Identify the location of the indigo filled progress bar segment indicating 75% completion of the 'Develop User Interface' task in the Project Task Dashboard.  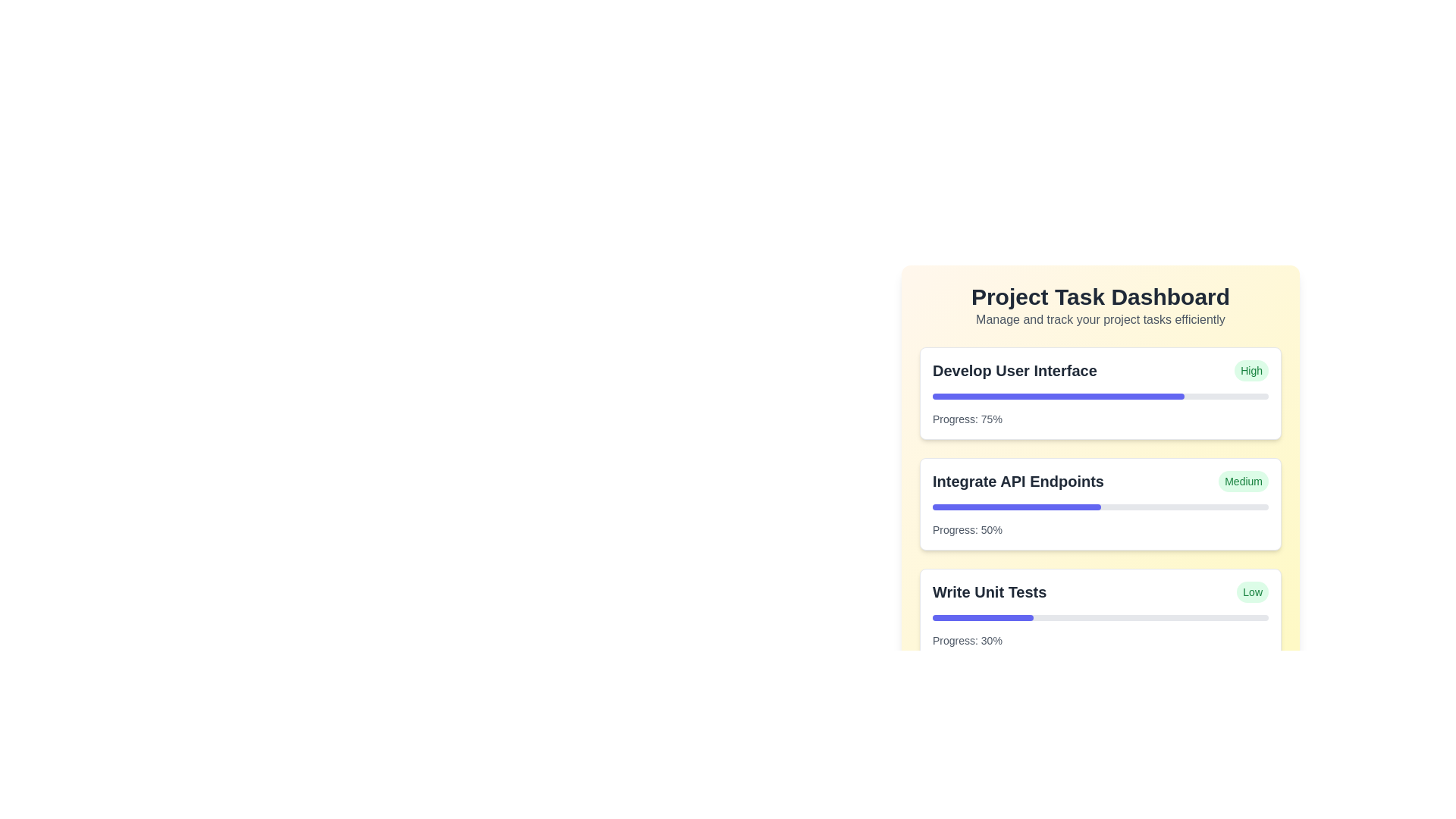
(1058, 396).